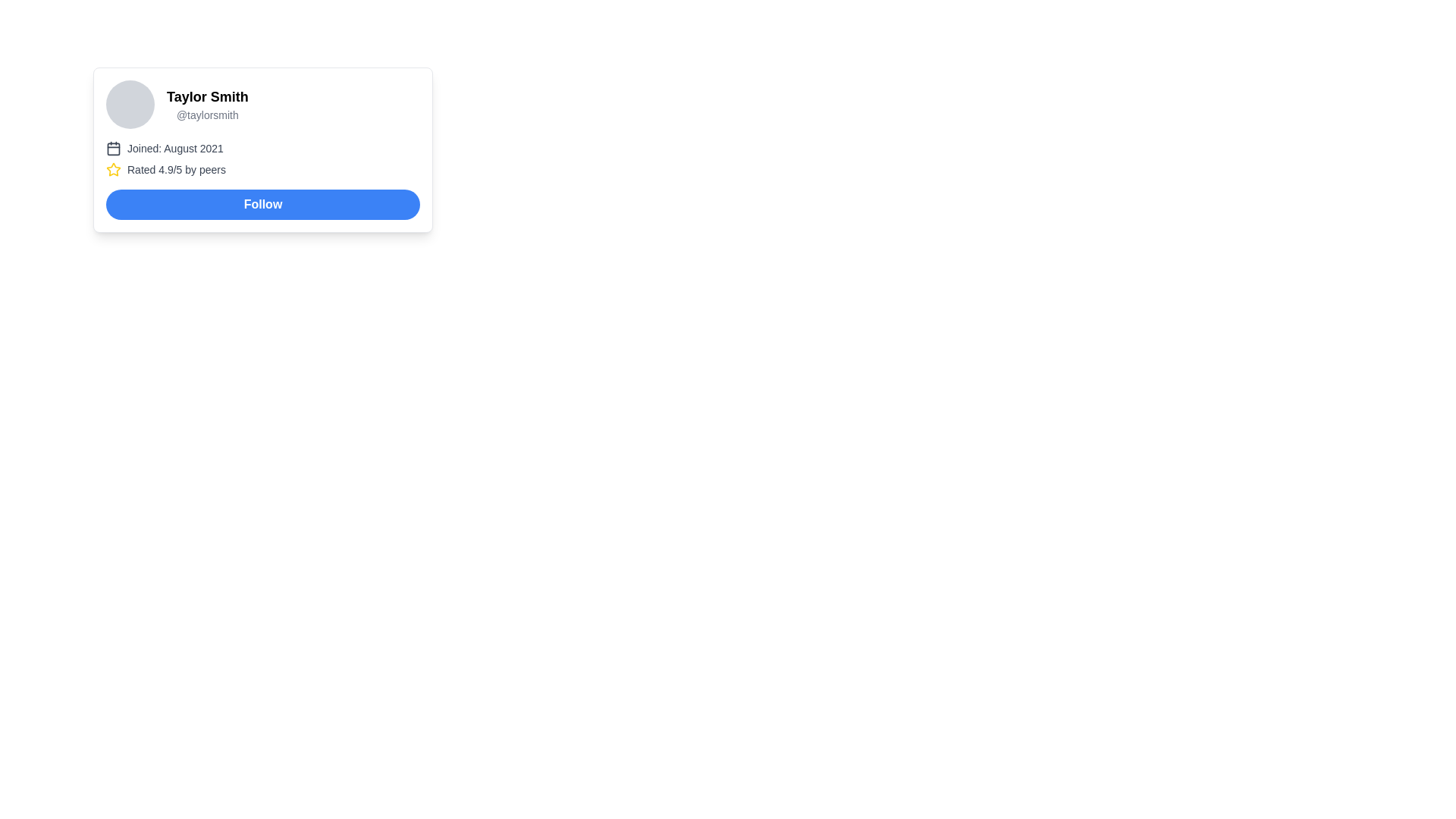 The height and width of the screenshot is (819, 1456). What do you see at coordinates (206, 104) in the screenshot?
I see `the Composite text display showing the name 'Taylor Smith' and username '@taylorsmith', which is positioned to the right of a circular avatar` at bounding box center [206, 104].